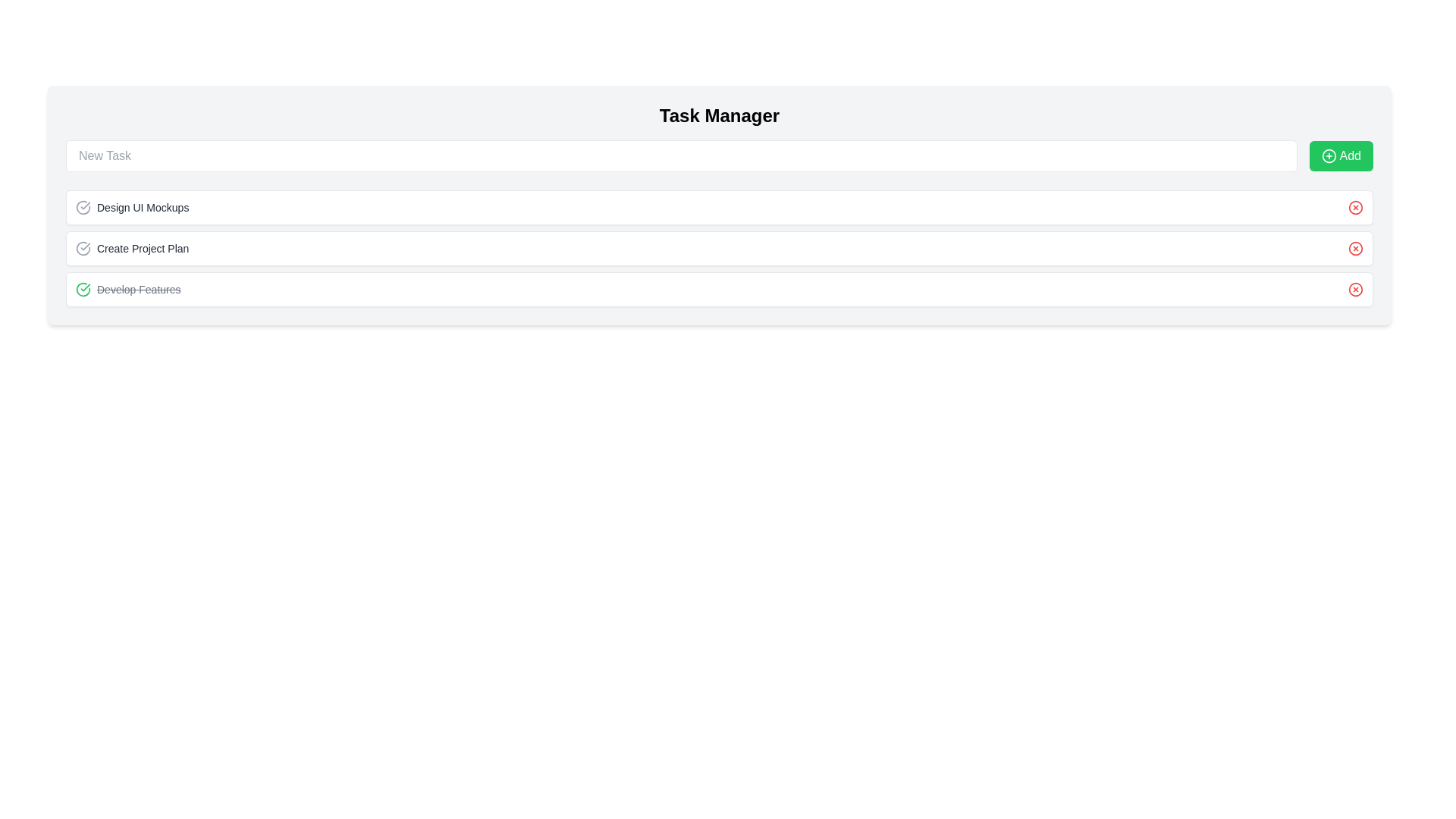 This screenshot has height=819, width=1456. What do you see at coordinates (1328, 155) in the screenshot?
I see `the circular graphic element of the 'Add' button located in the top-right corner of the interface` at bounding box center [1328, 155].